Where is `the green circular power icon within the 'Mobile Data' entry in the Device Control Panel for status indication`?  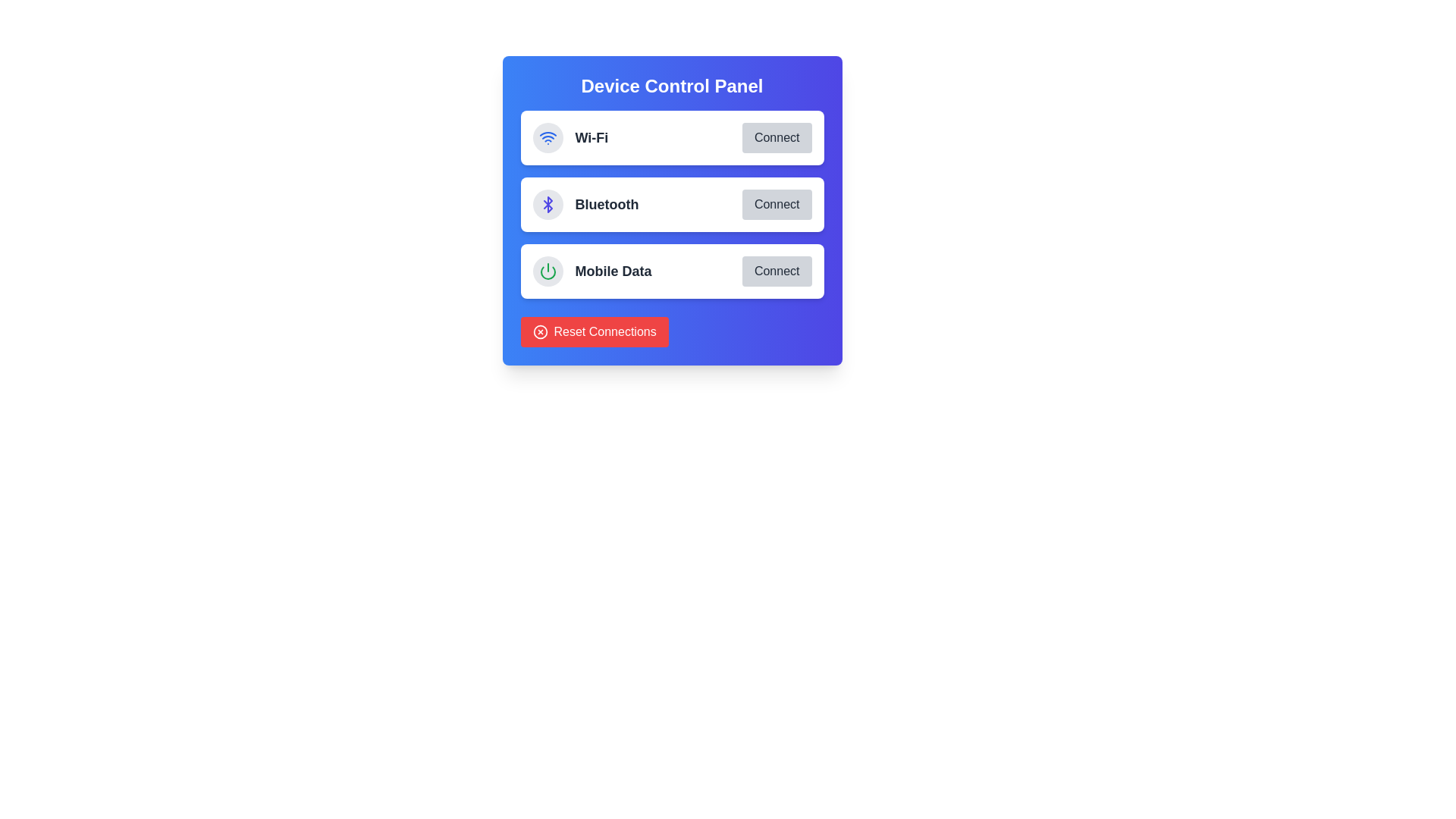 the green circular power icon within the 'Mobile Data' entry in the Device Control Panel for status indication is located at coordinates (547, 271).